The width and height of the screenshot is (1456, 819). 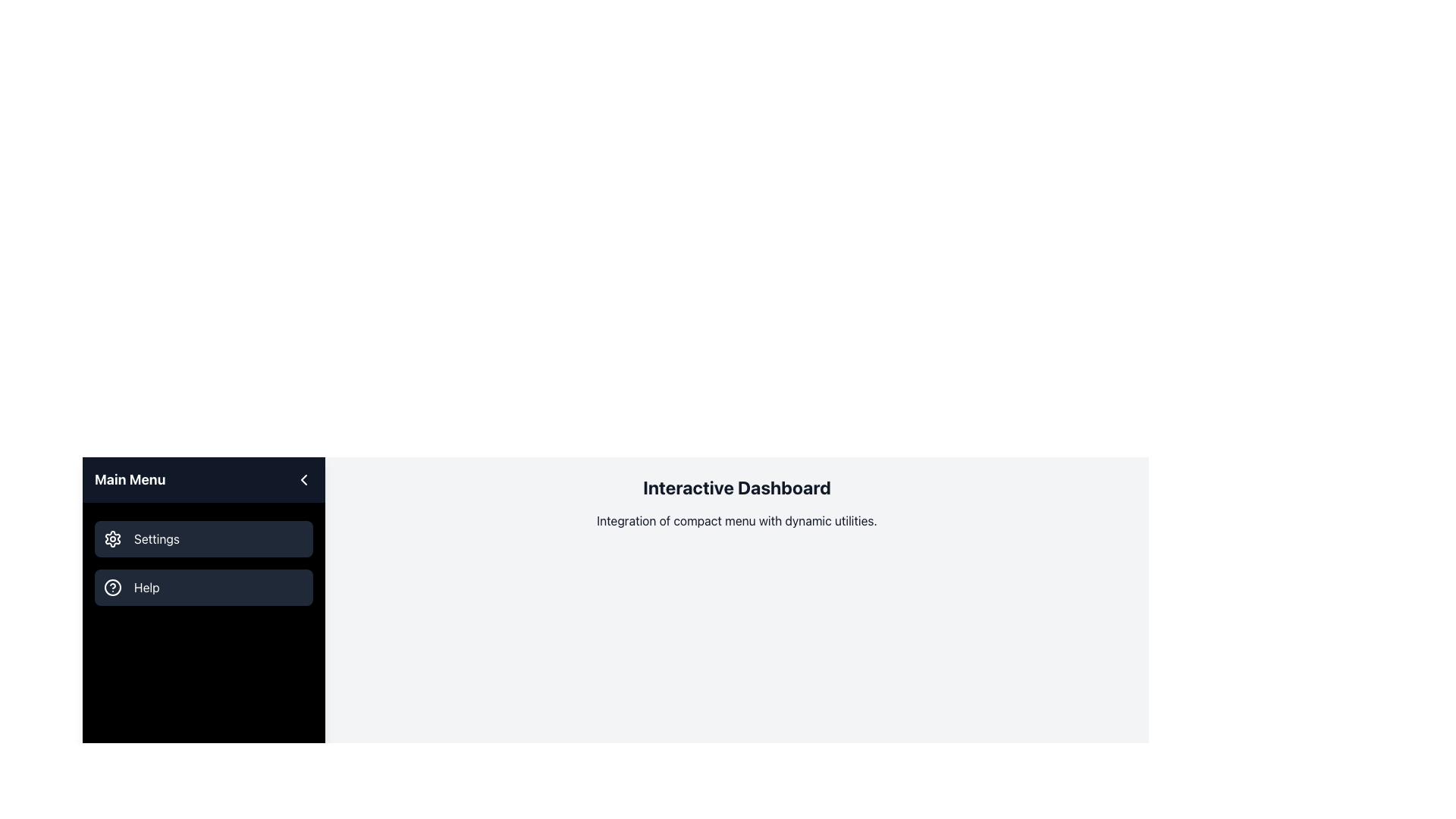 I want to click on the inner circle of the 'Help' icon in the sidebar, which is visually represented as an SVG Circle Graphic, positioned below the 'Settings' option, so click(x=111, y=587).